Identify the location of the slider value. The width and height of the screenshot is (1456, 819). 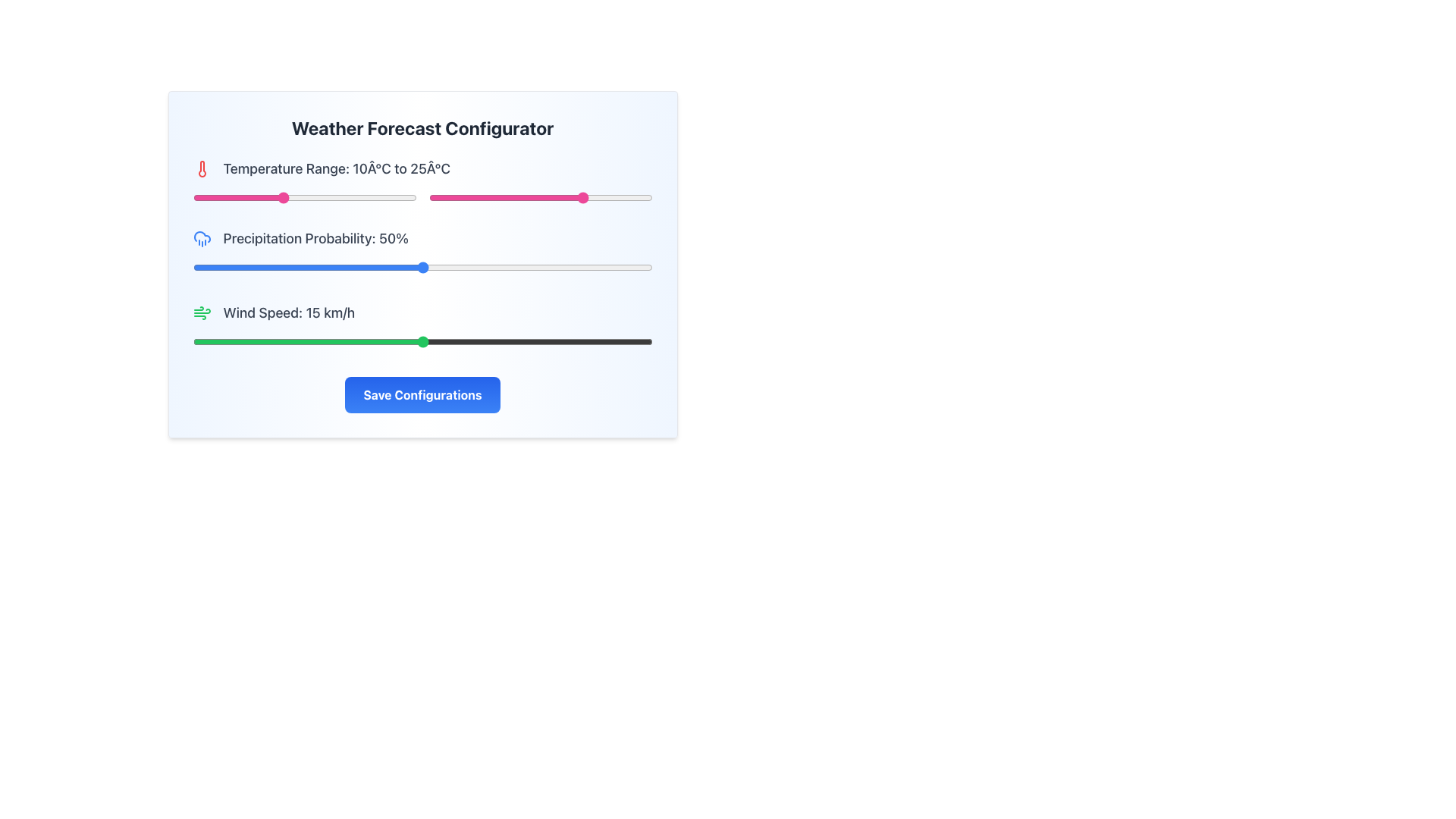
(268, 197).